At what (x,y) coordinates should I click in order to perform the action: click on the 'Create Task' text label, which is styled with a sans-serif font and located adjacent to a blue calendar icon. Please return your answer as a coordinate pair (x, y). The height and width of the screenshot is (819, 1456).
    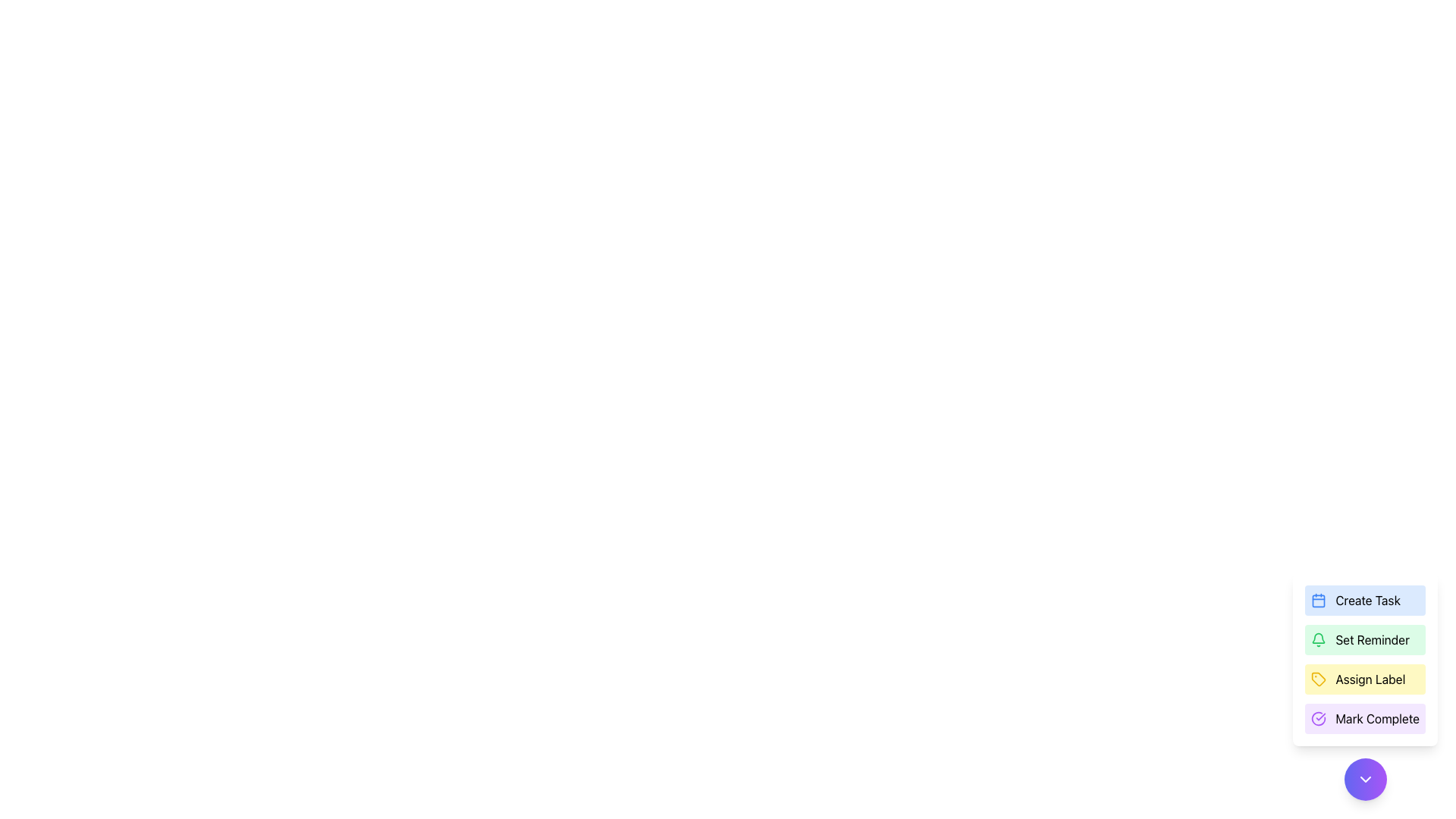
    Looking at the image, I should click on (1368, 599).